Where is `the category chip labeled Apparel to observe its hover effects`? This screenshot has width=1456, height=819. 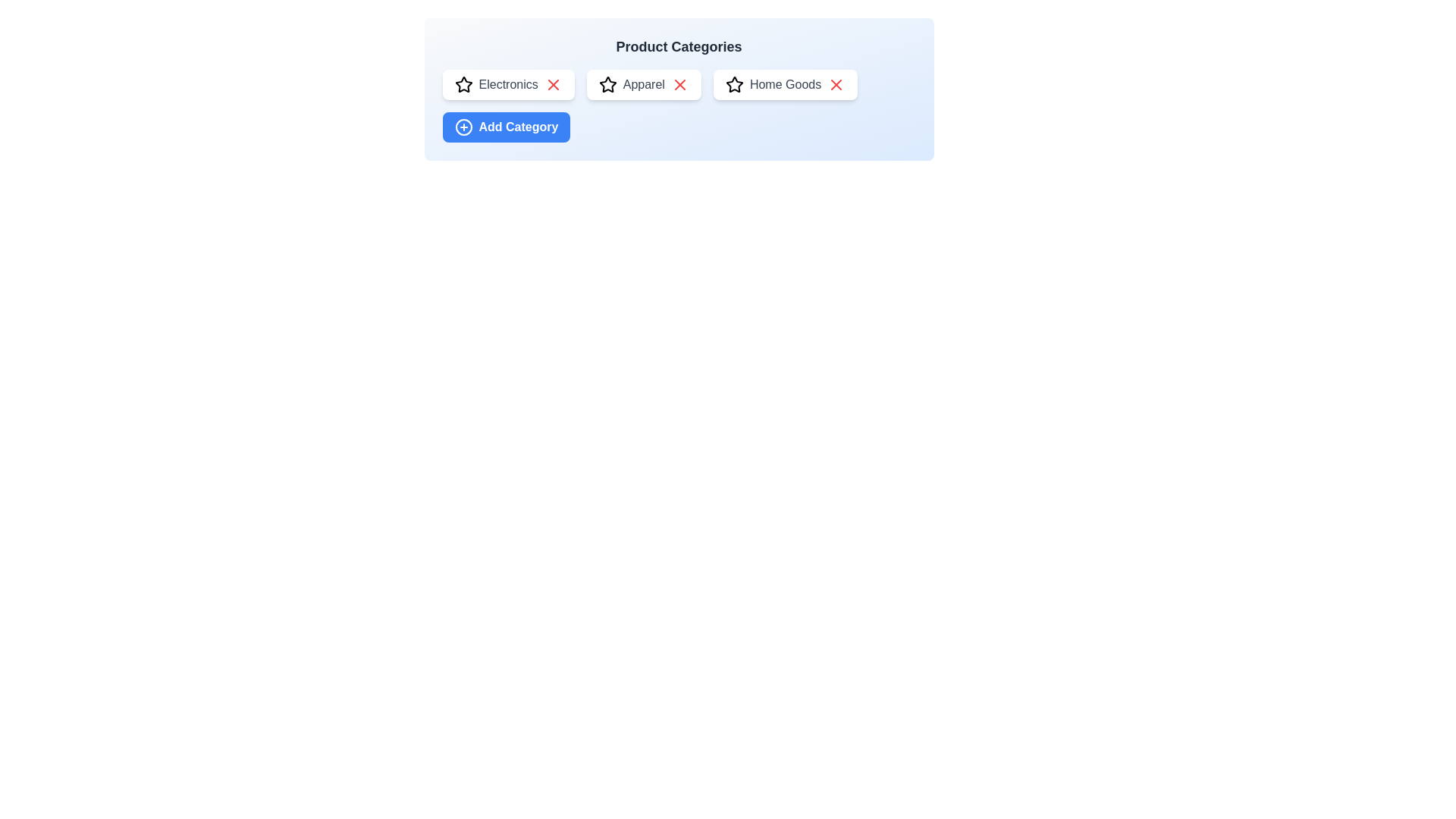 the category chip labeled Apparel to observe its hover effects is located at coordinates (644, 84).